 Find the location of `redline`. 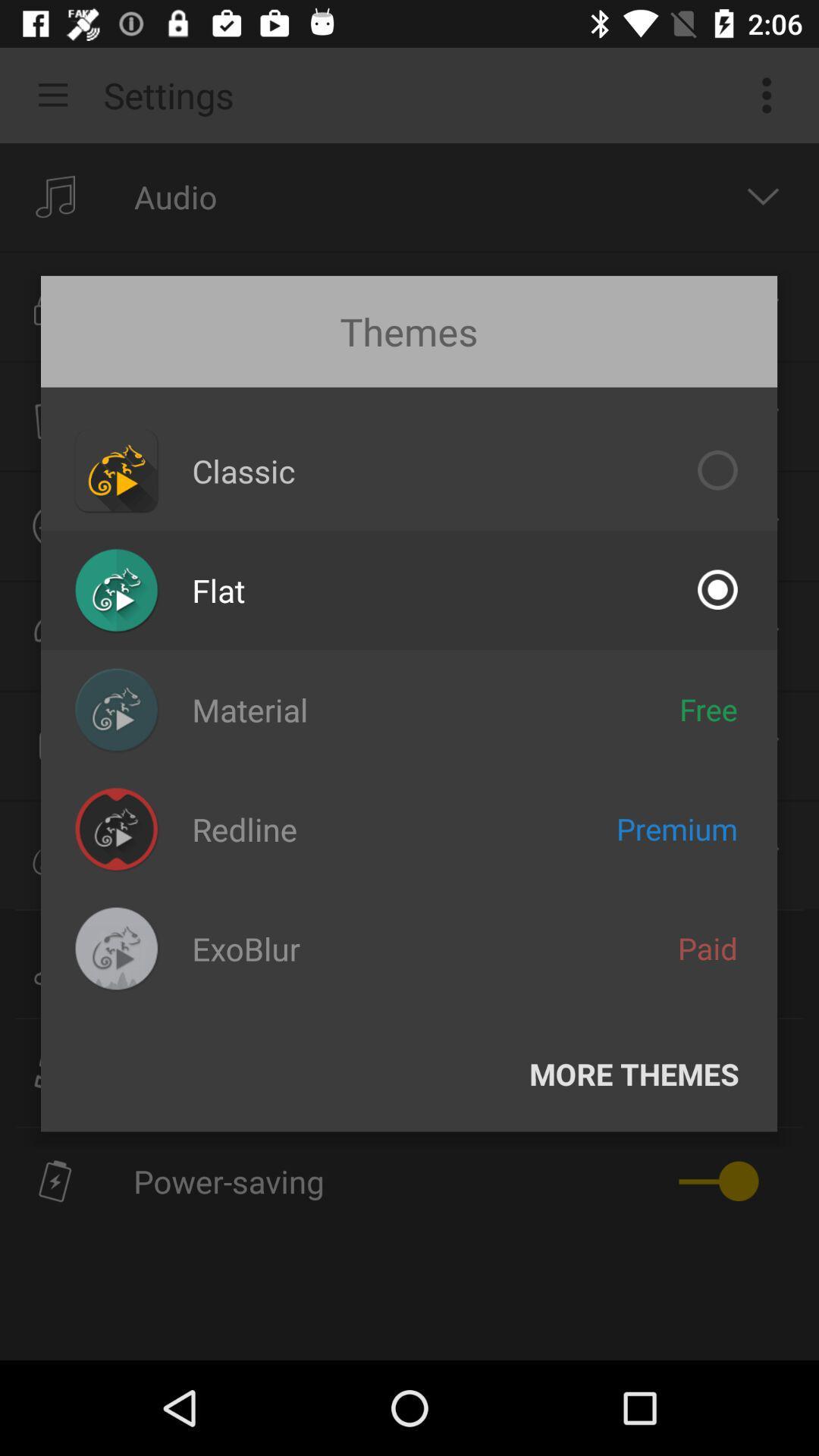

redline is located at coordinates (243, 828).